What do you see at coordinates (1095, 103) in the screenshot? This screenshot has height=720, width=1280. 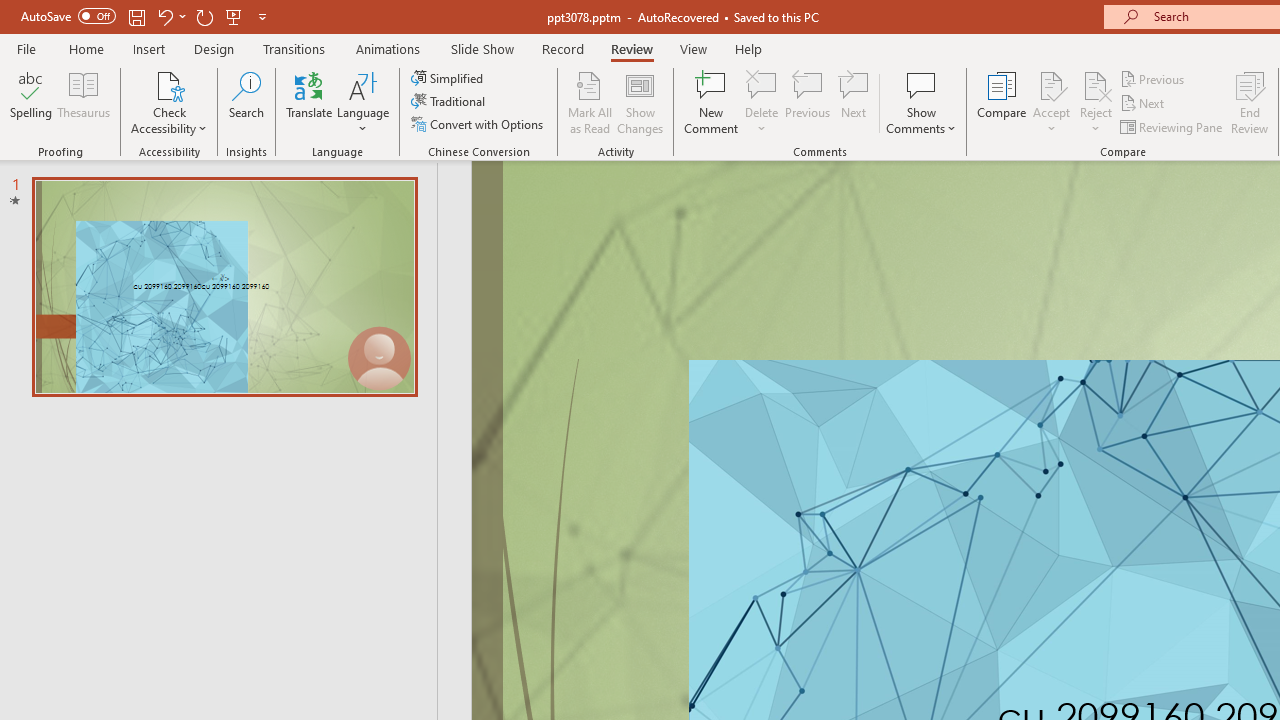 I see `'Reject'` at bounding box center [1095, 103].